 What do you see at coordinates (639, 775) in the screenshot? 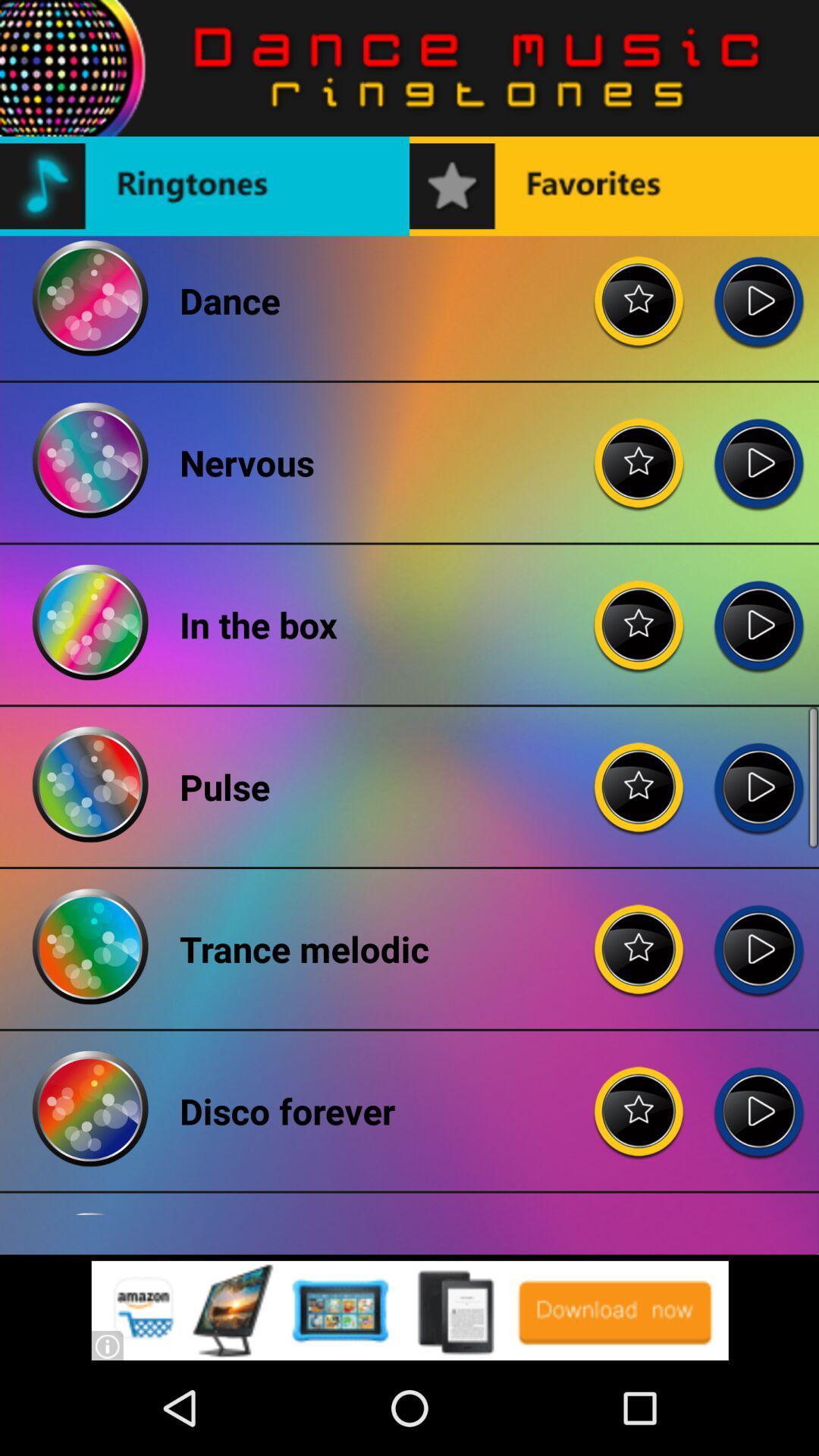
I see `star` at bounding box center [639, 775].